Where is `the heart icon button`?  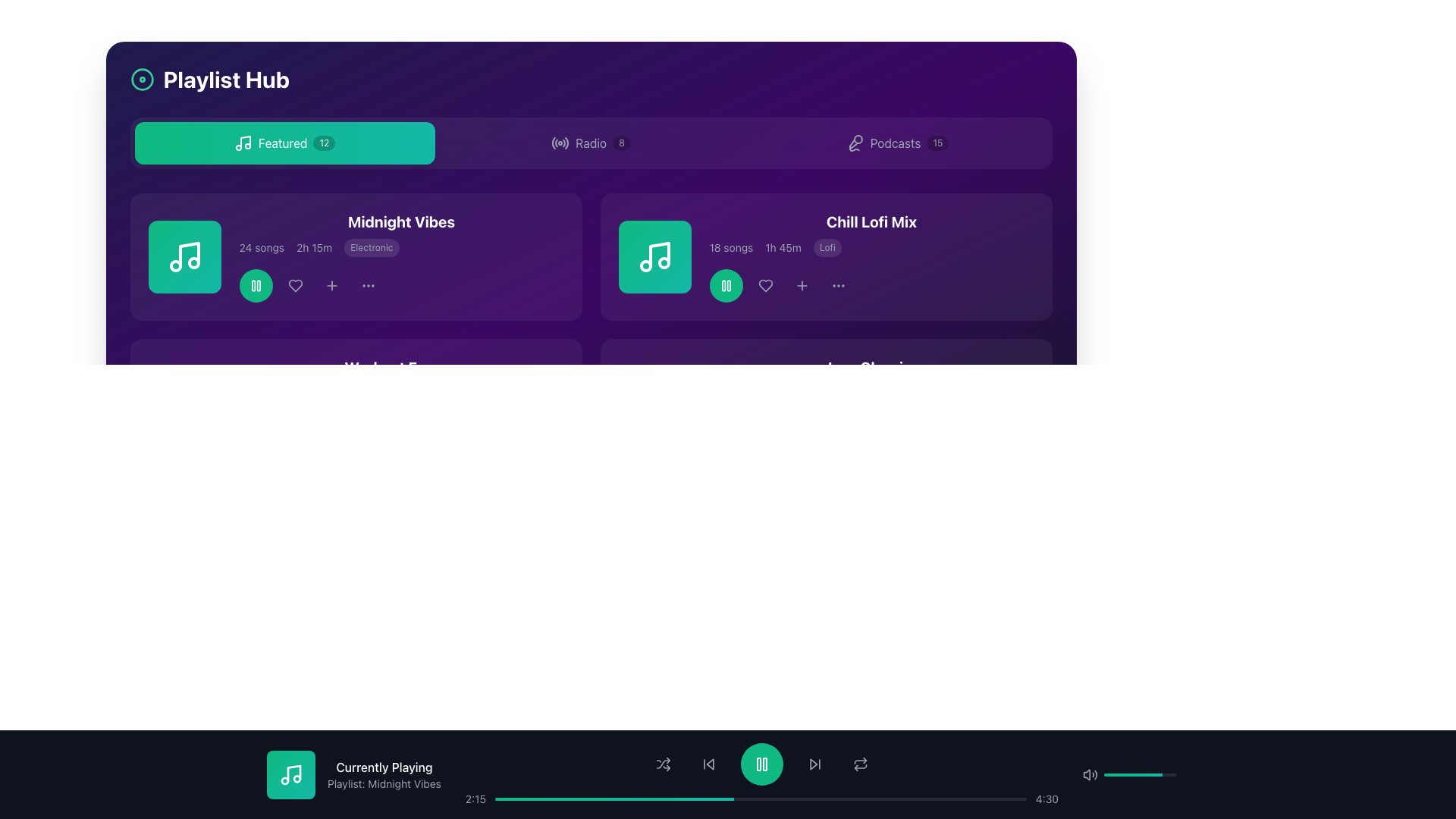 the heart icon button is located at coordinates (765, 286).